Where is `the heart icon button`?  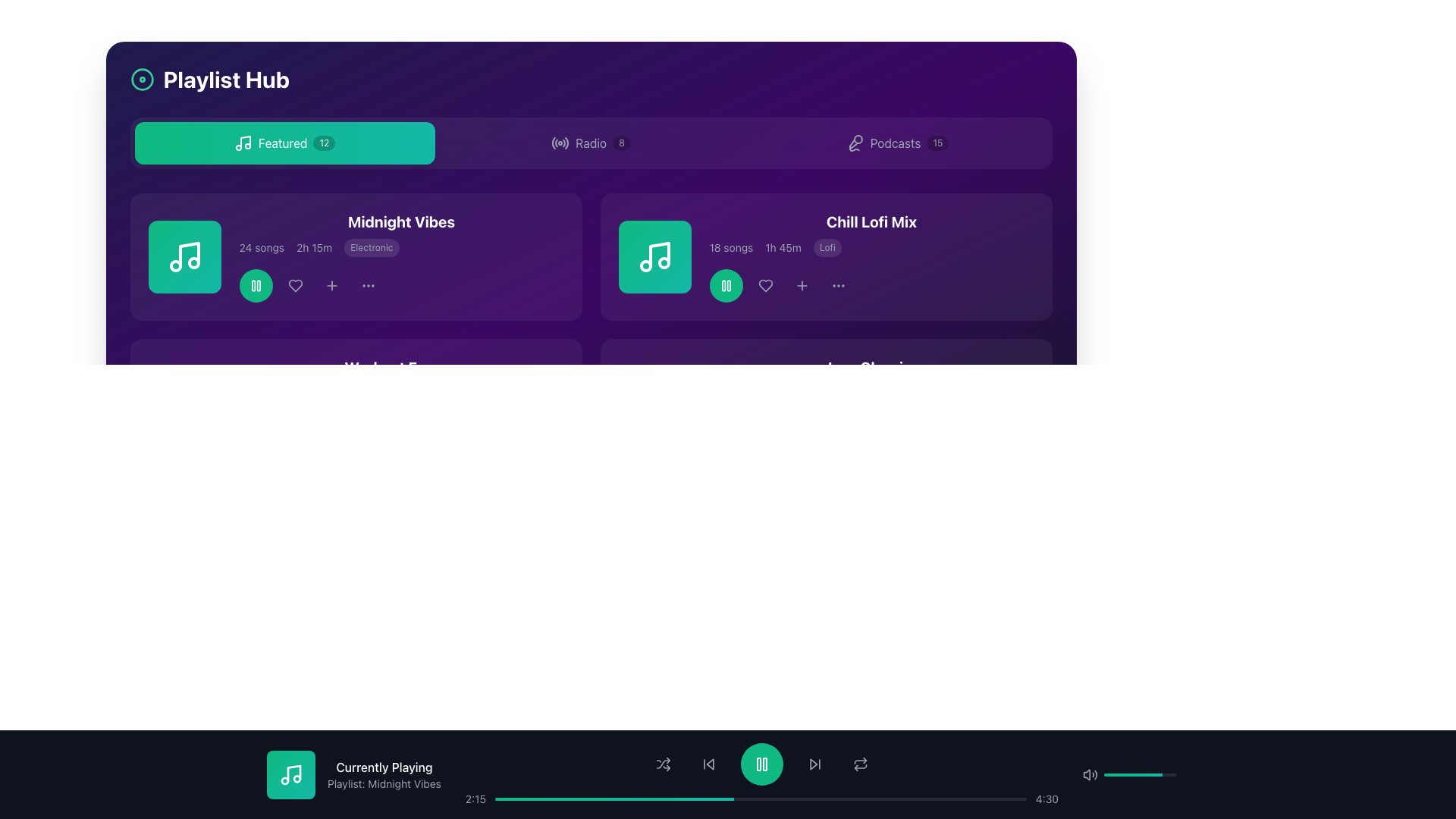 the heart icon button is located at coordinates (765, 286).